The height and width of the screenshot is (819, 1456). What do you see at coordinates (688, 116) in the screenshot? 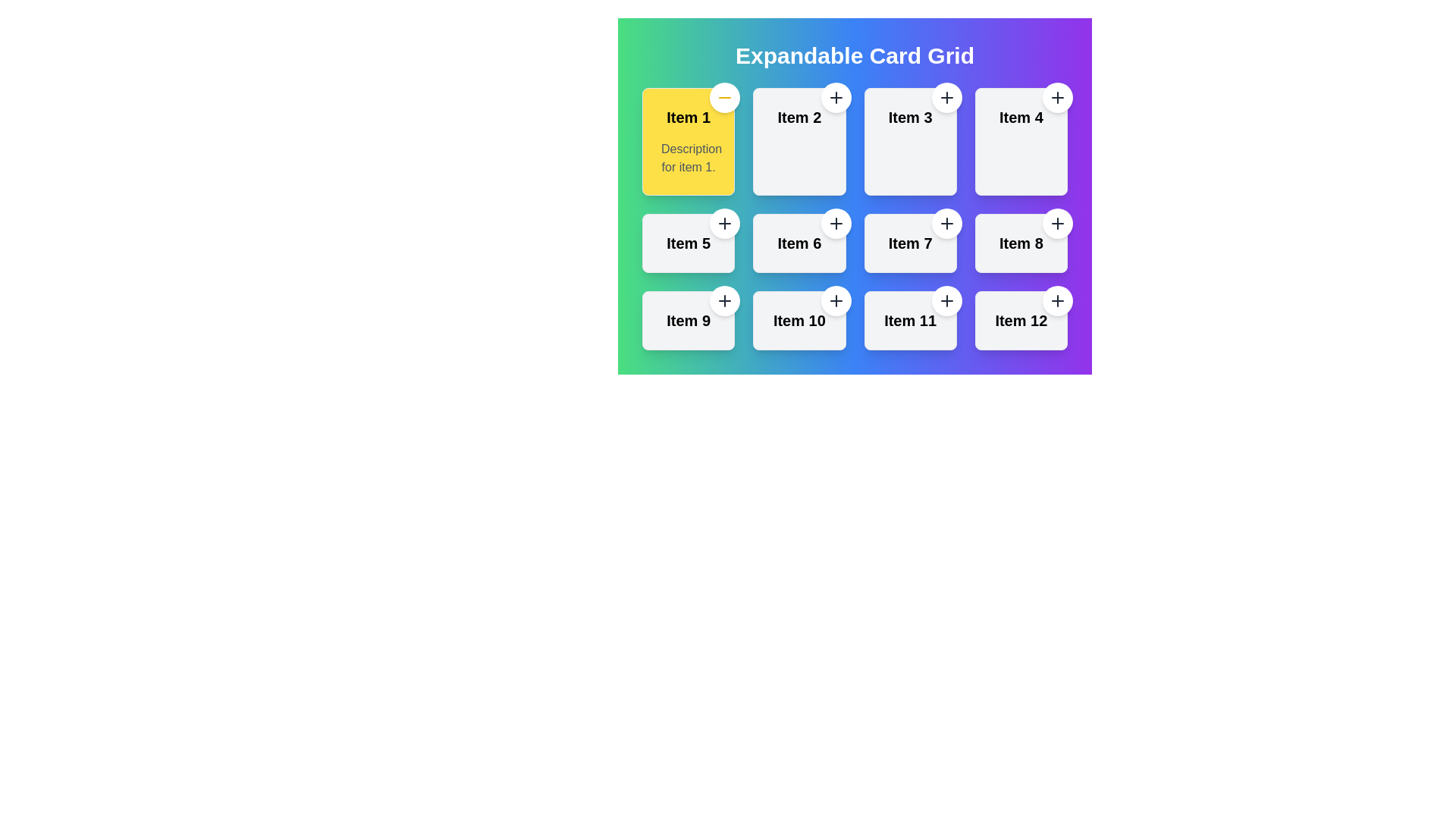
I see `the Text label that serves as a title or identifier for the content associated with the first card in a grid layout` at bounding box center [688, 116].